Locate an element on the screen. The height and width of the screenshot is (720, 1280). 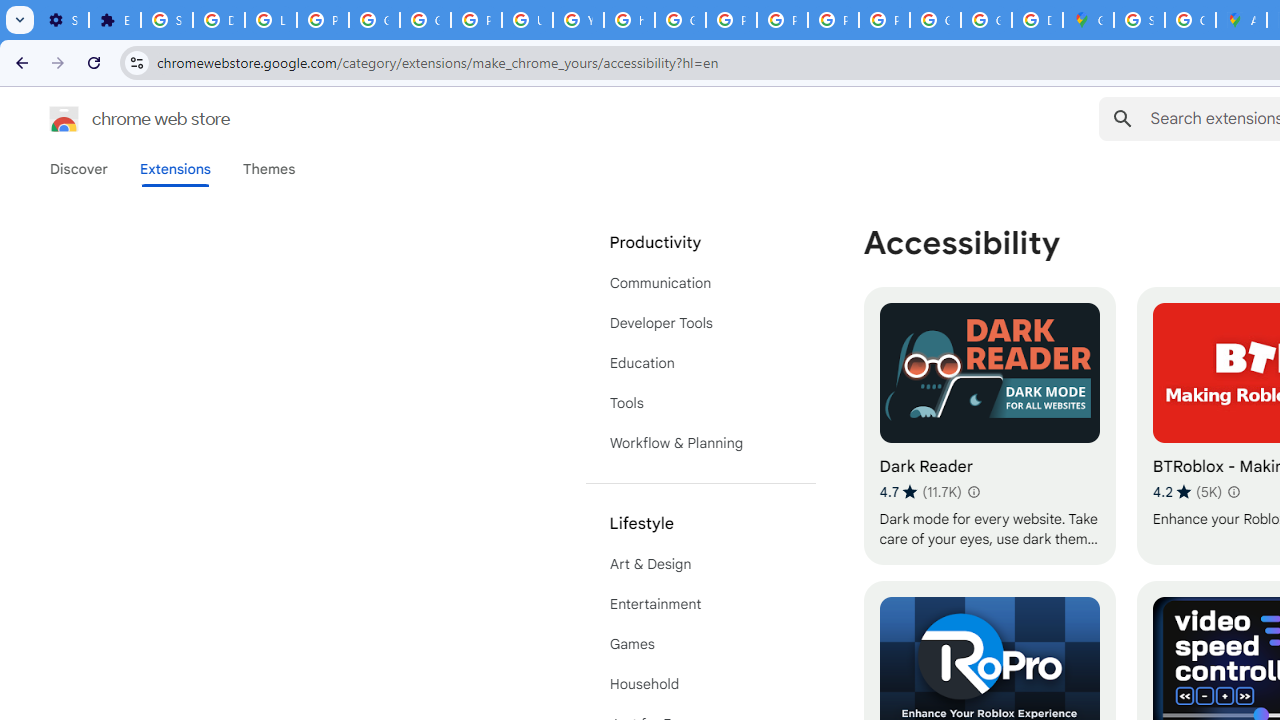
'Chrome Web Store logo' is located at coordinates (64, 119).